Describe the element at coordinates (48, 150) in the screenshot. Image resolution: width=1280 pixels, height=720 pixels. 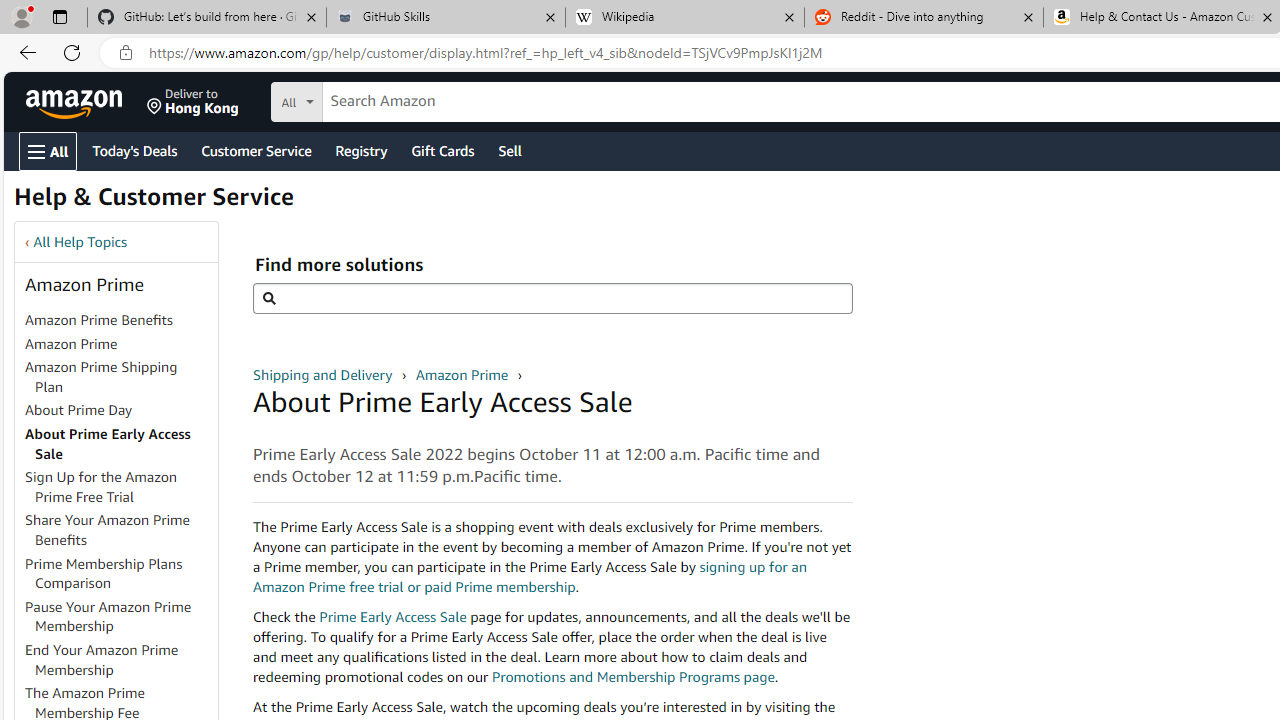
I see `'Open Menu'` at that location.